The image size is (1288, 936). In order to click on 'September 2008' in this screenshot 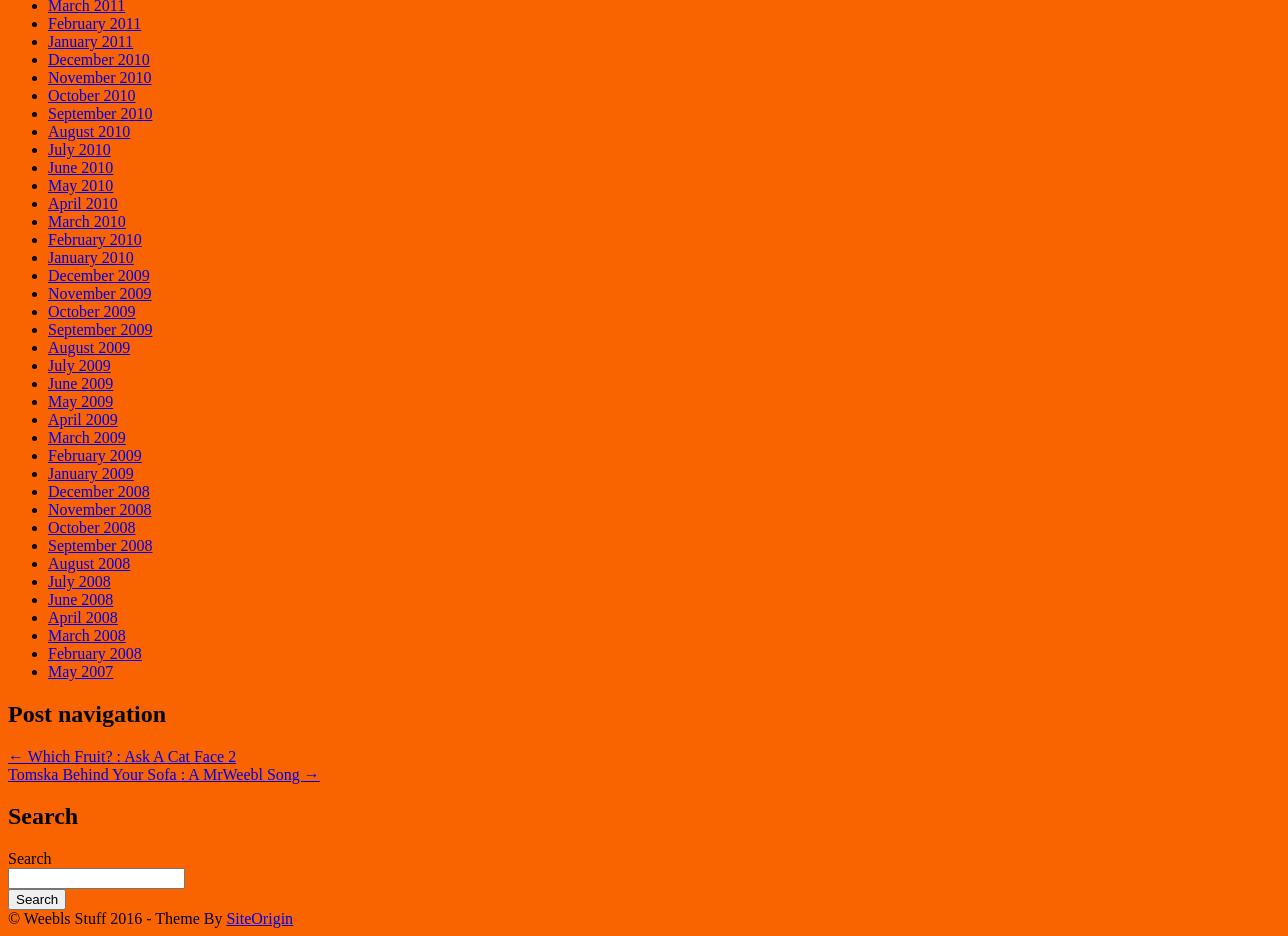, I will do `click(99, 544)`.